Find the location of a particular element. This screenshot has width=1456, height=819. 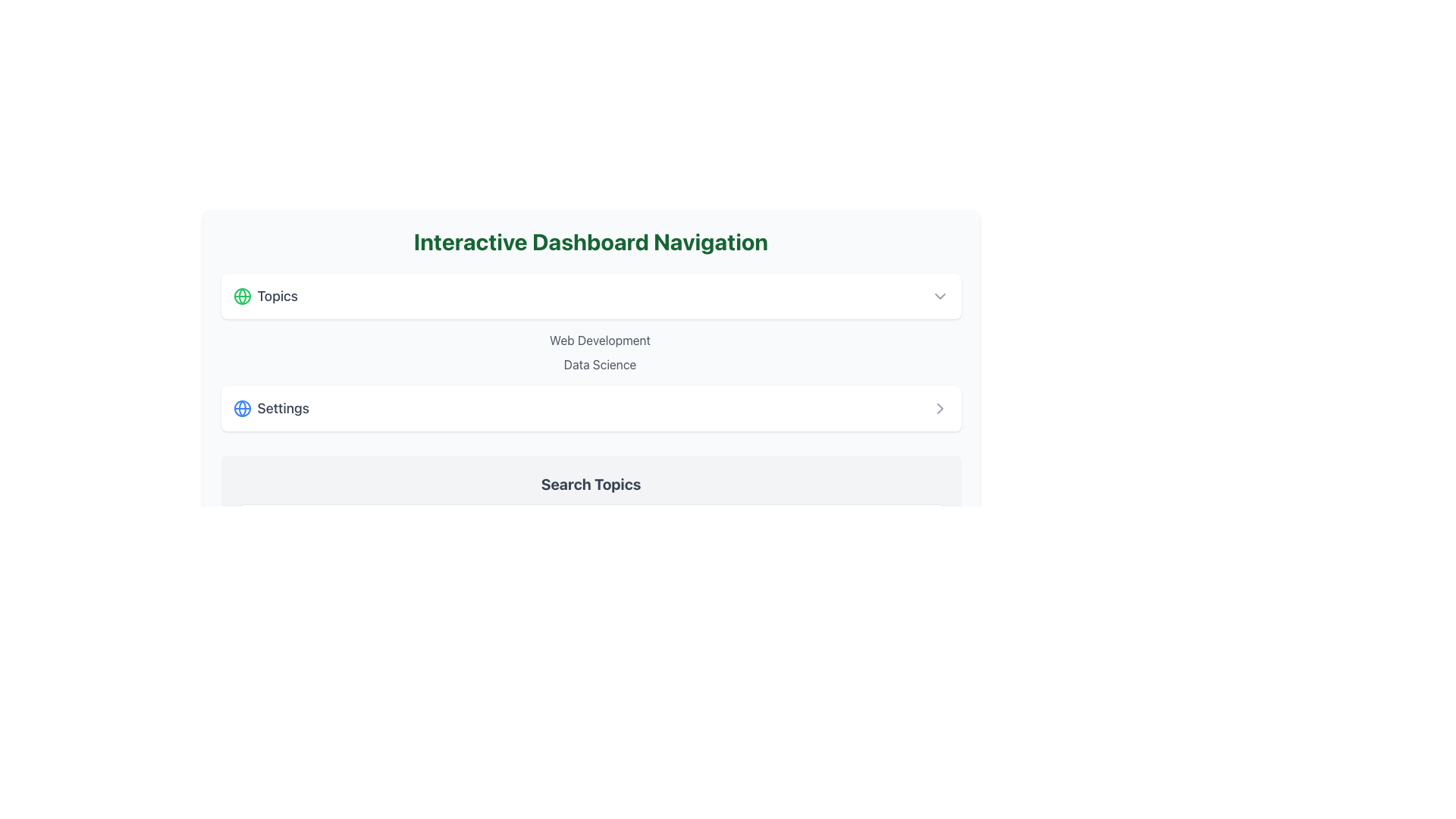

the 'Data Science' hyperlink located centrally under 'Web Development' in the 'Interactive Dashboard Navigation' is located at coordinates (599, 365).